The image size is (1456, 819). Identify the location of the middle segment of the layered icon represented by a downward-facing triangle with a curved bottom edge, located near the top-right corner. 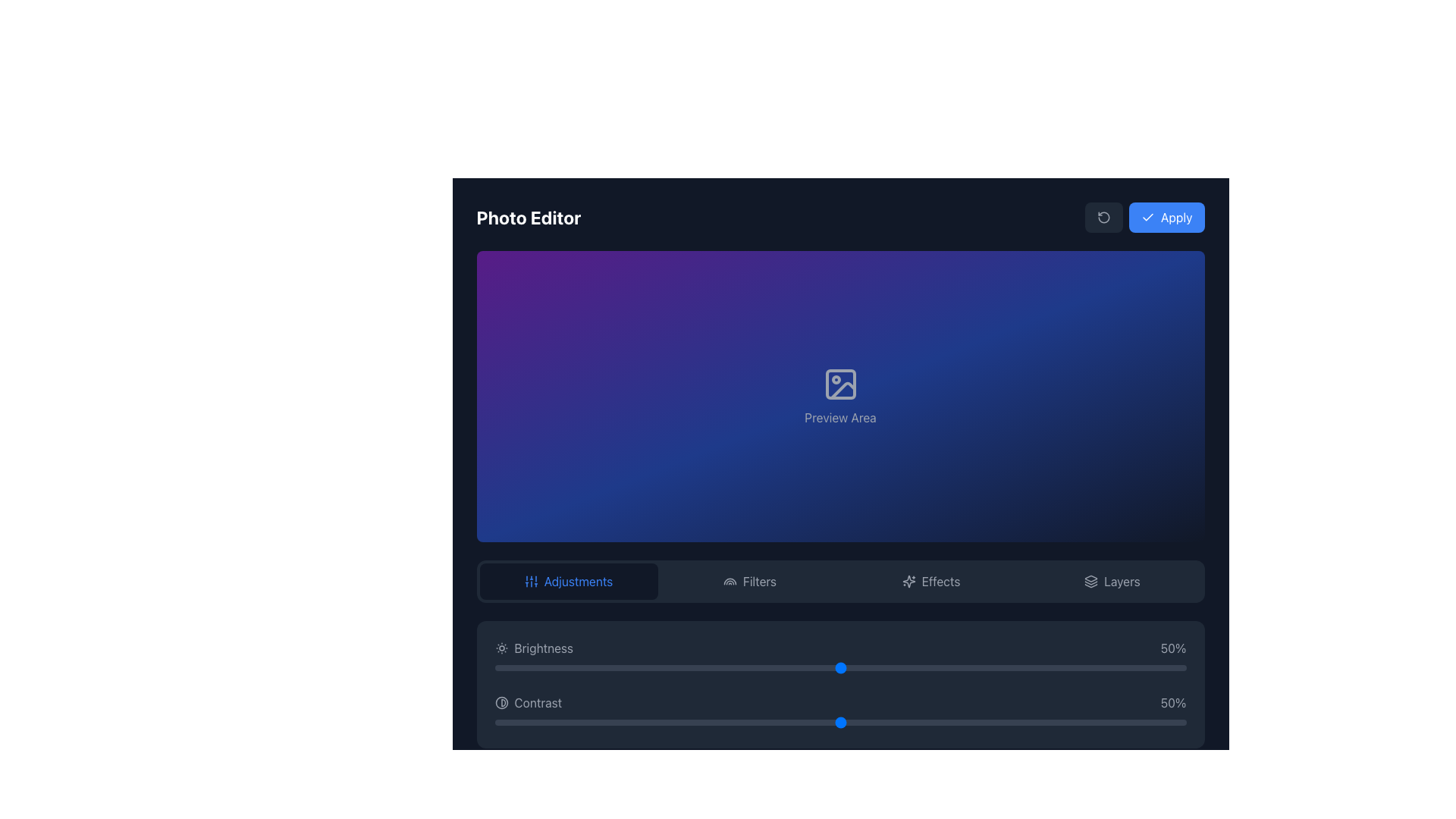
(1090, 582).